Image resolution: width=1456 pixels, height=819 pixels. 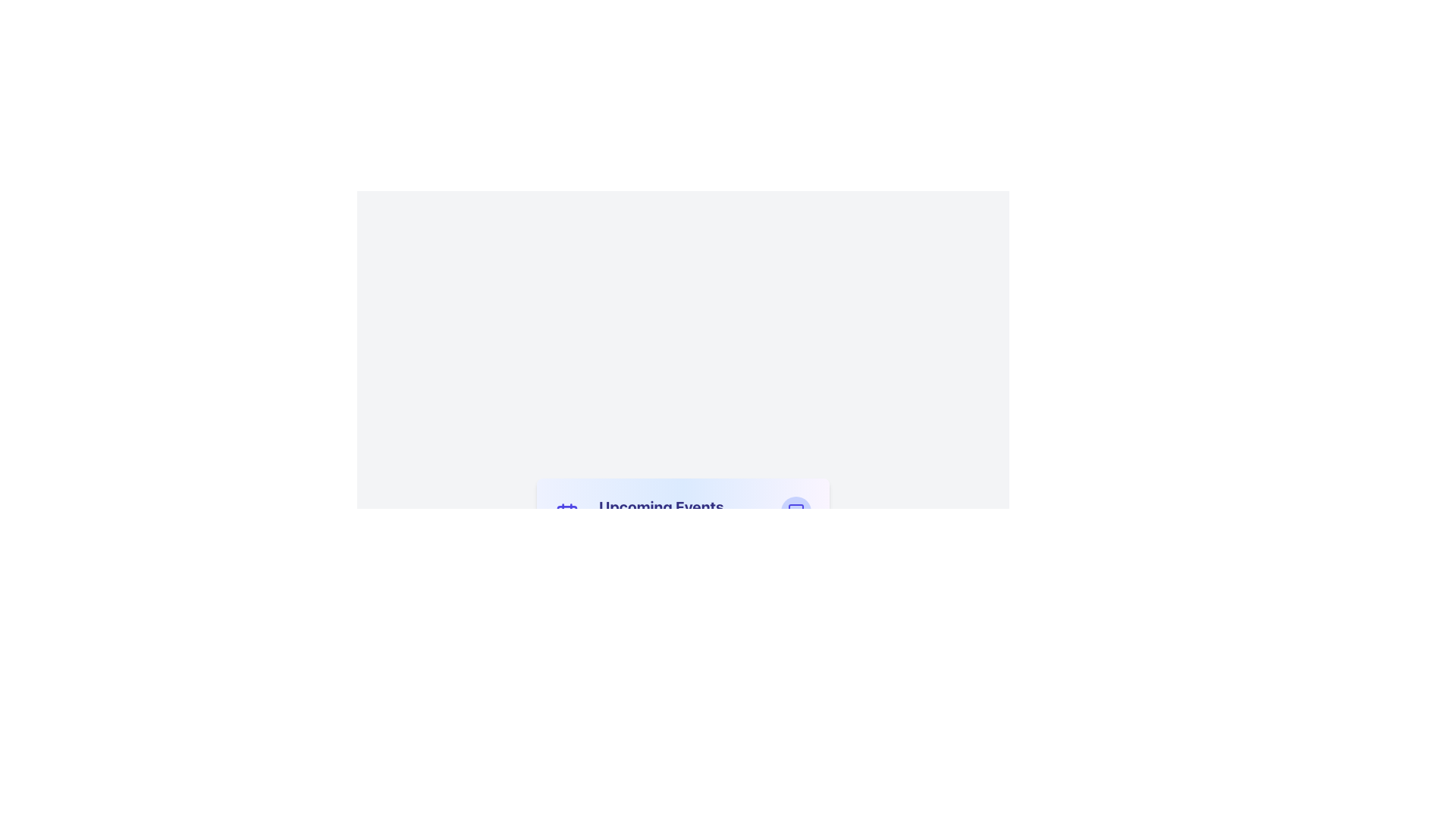 What do you see at coordinates (682, 689) in the screenshot?
I see `the button that initiates the creation of a new event to observe the hover color change` at bounding box center [682, 689].